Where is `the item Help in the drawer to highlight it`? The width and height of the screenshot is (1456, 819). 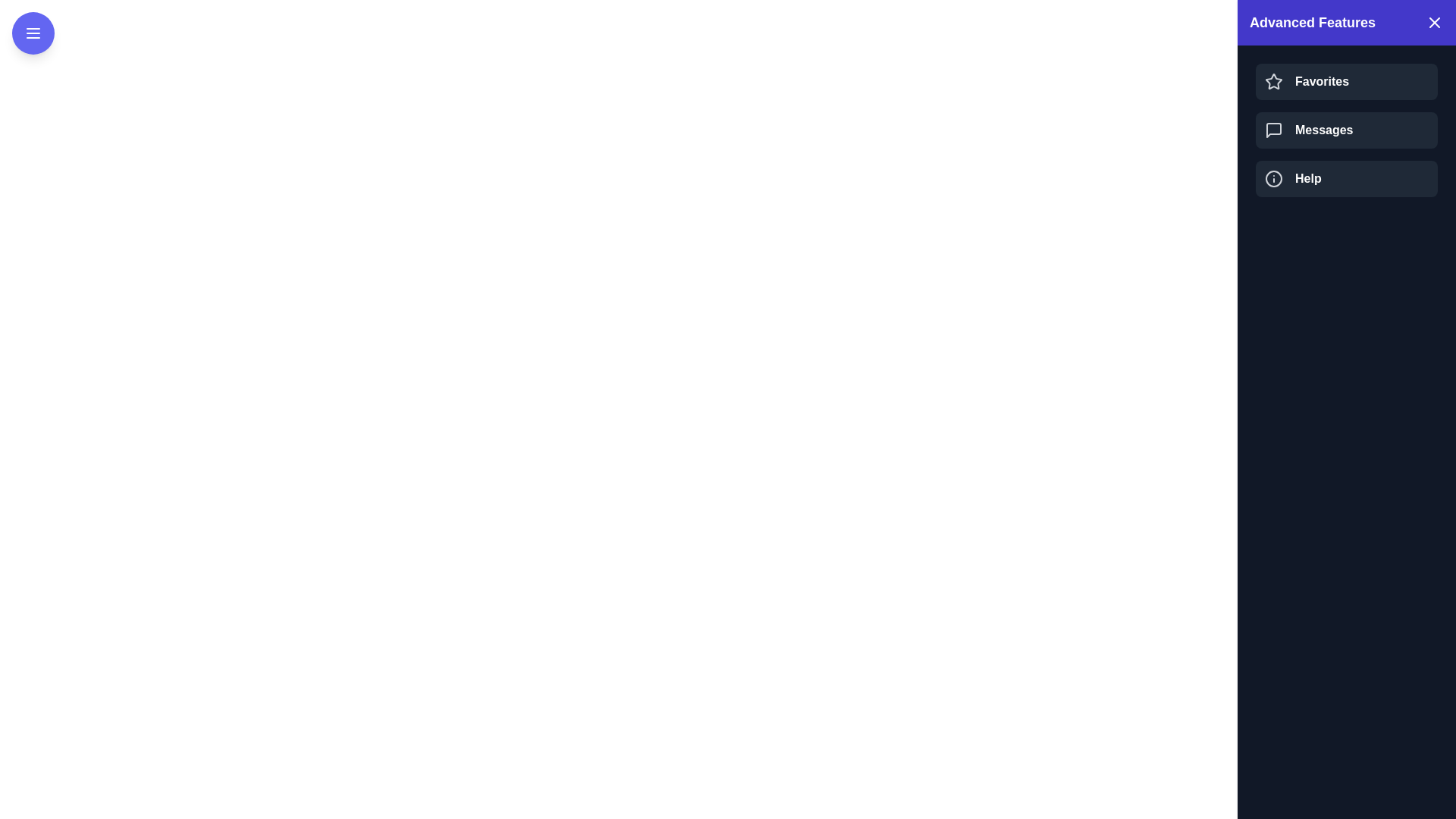
the item Help in the drawer to highlight it is located at coordinates (1347, 177).